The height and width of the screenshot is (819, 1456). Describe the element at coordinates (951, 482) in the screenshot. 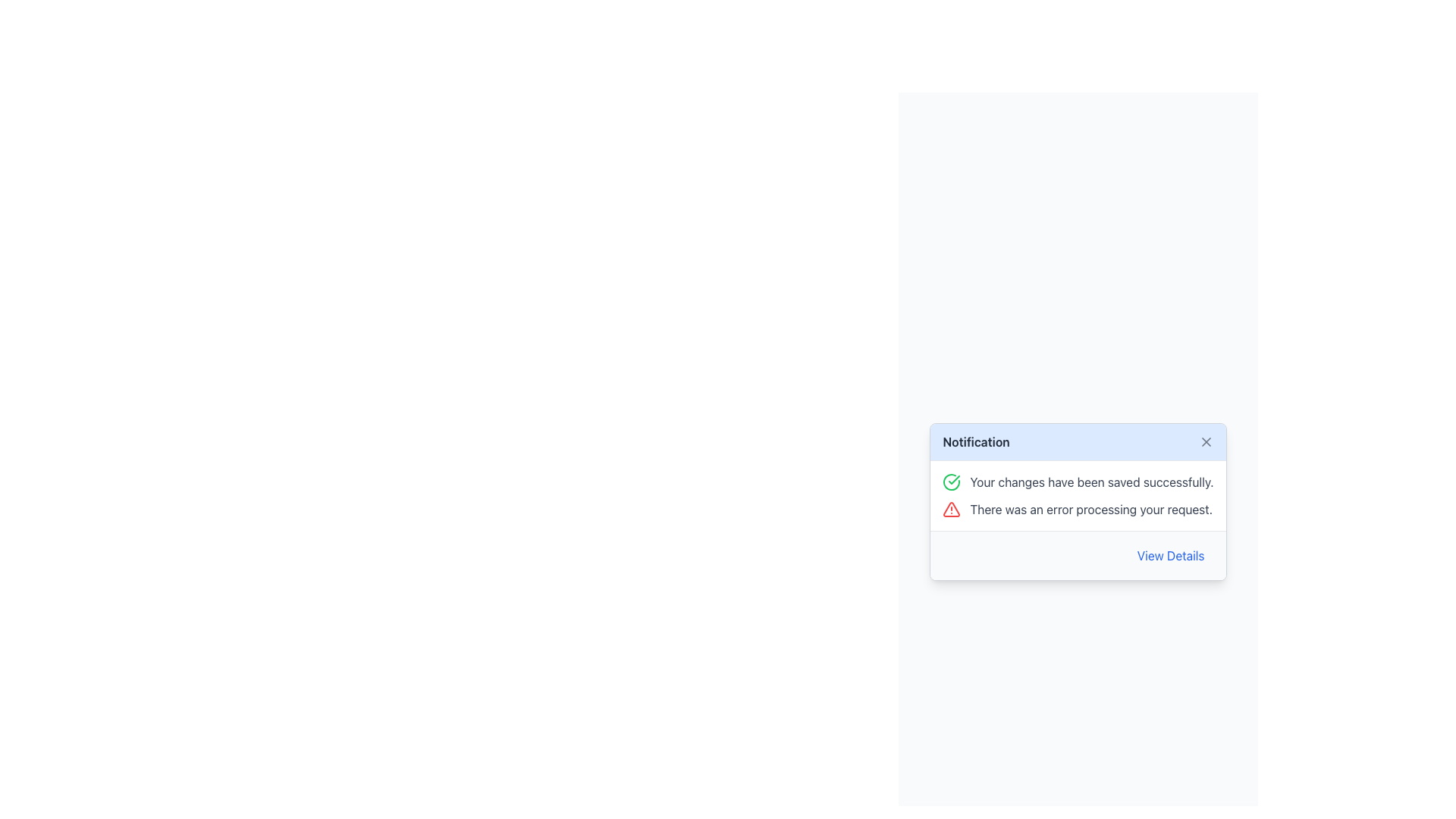

I see `the green circular icon with a check mark indicating successful completion inside the notification box` at that location.